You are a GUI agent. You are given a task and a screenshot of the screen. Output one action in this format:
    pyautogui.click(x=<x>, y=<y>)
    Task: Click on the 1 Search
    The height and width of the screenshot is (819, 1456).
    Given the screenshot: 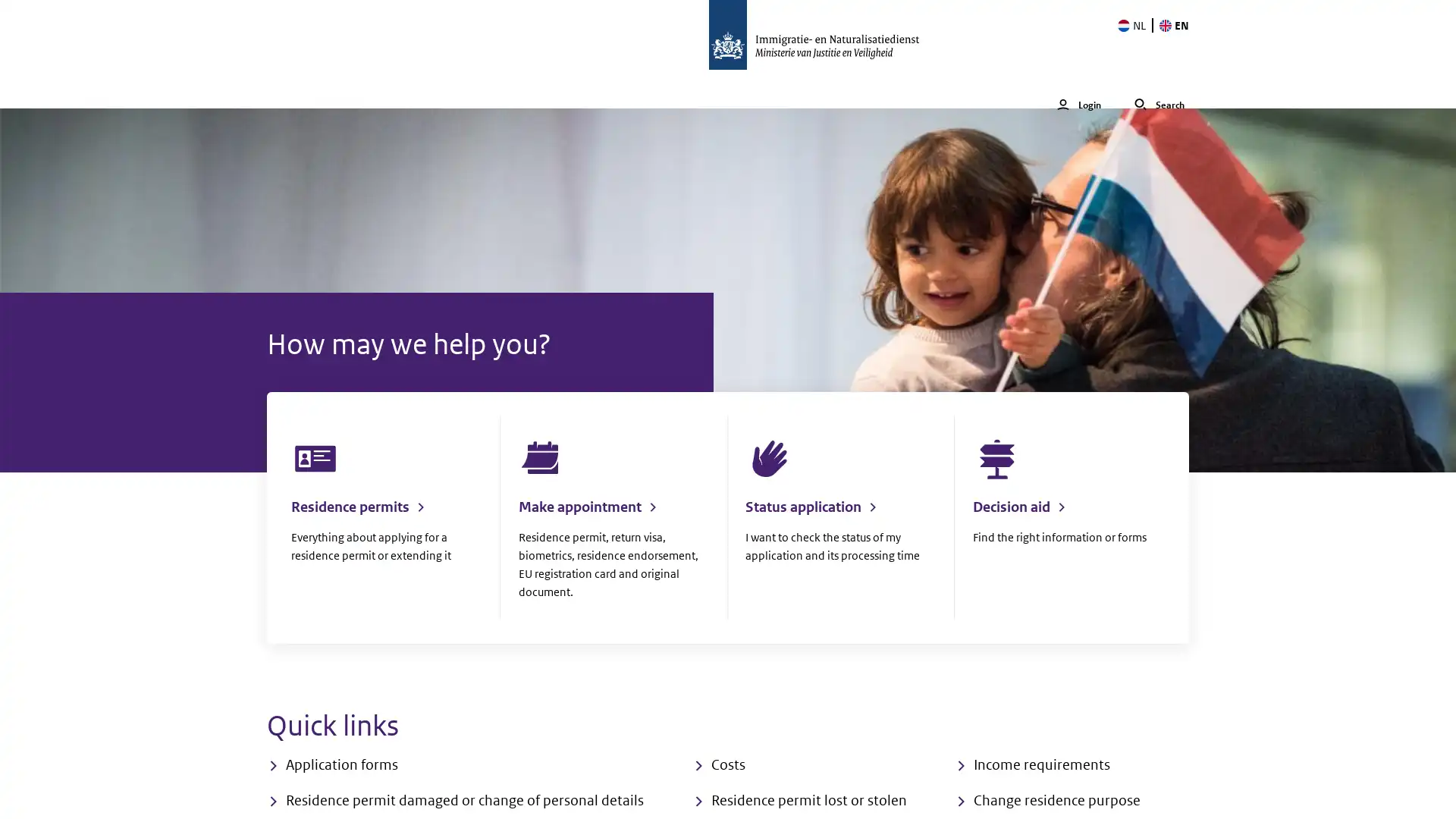 What is the action you would take?
    pyautogui.click(x=1159, y=89)
    